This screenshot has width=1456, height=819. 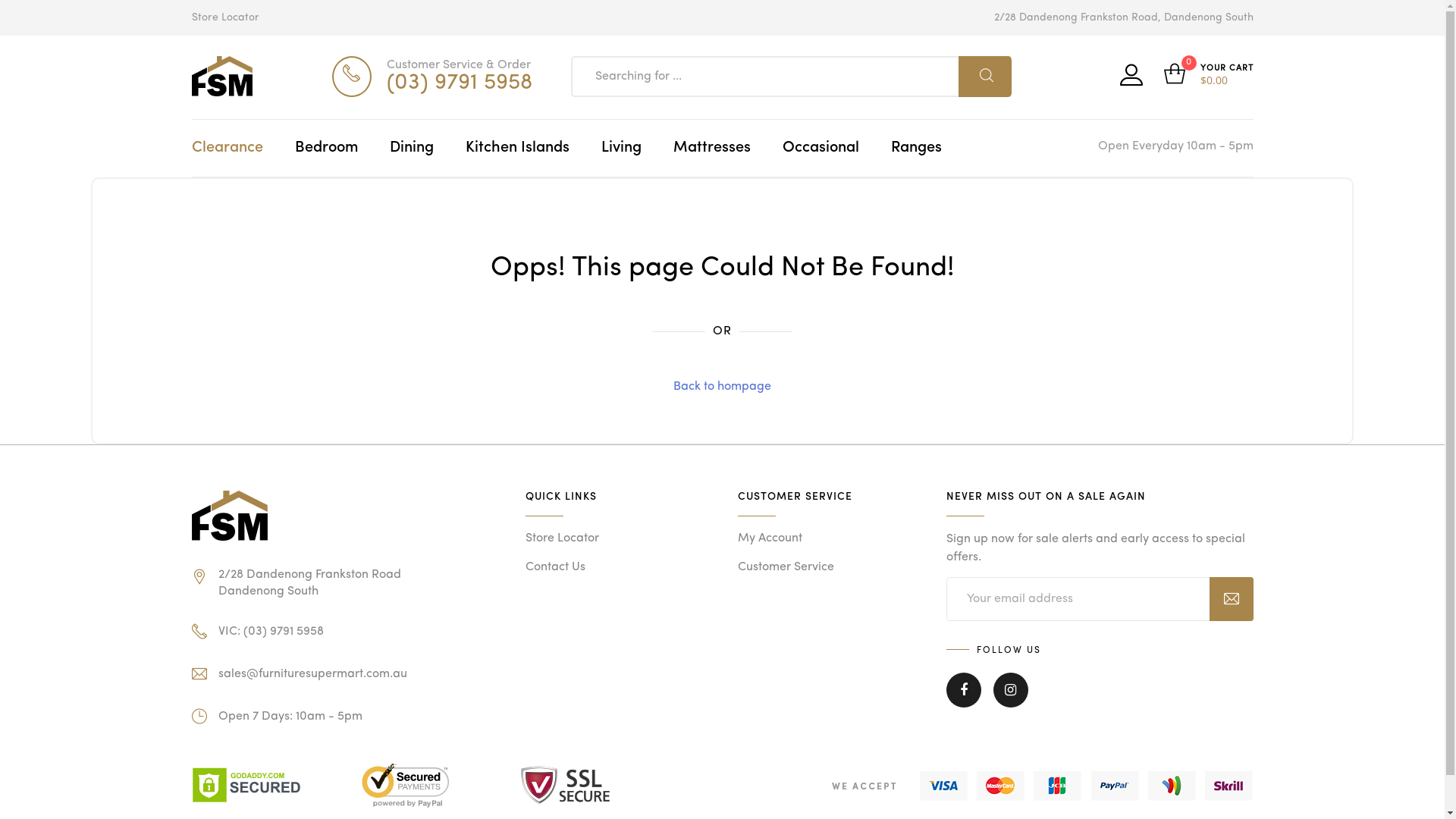 What do you see at coordinates (620, 148) in the screenshot?
I see `'Living'` at bounding box center [620, 148].